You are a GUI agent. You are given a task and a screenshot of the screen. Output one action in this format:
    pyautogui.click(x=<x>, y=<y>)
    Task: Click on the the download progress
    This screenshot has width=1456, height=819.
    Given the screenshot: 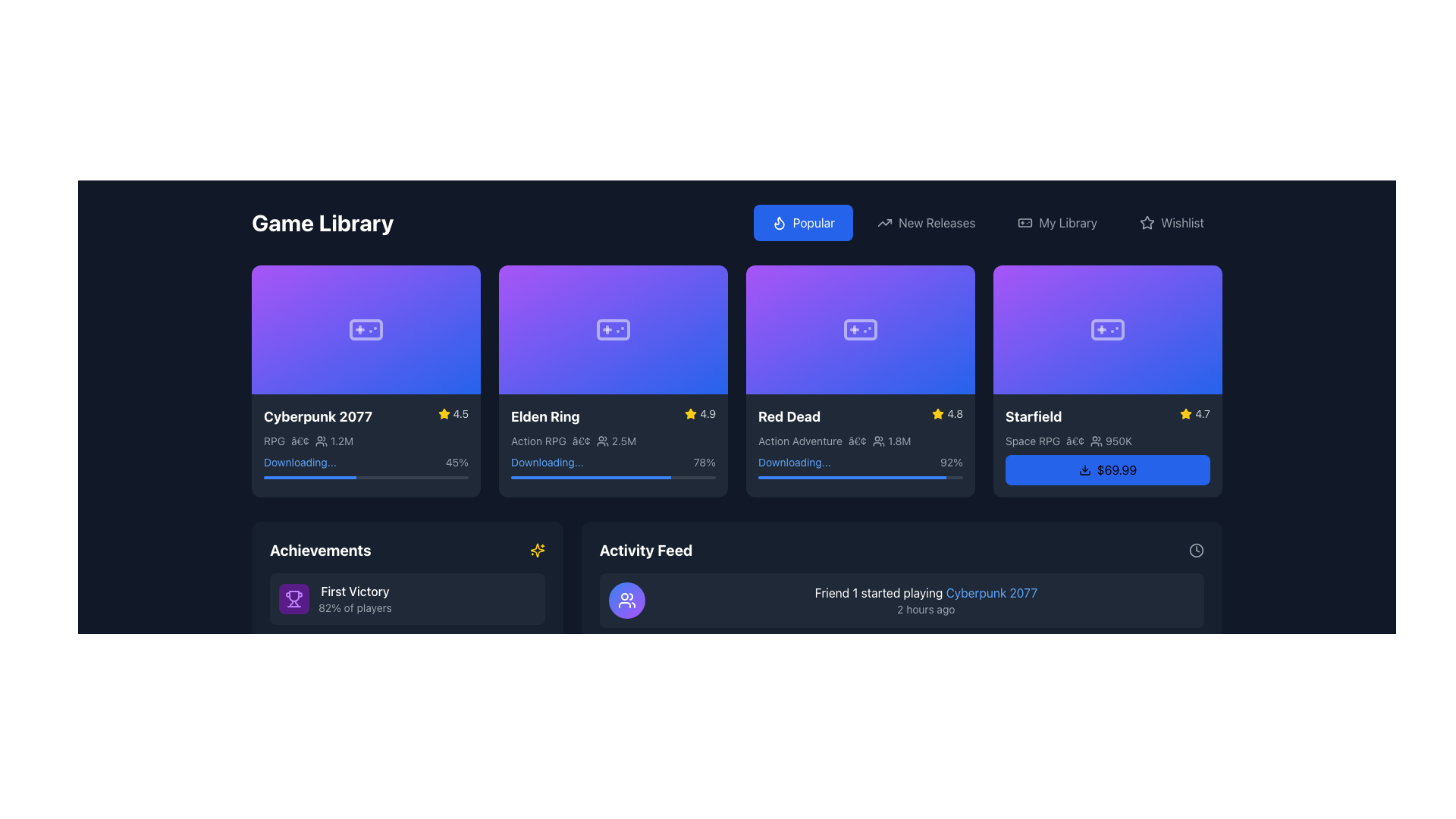 What is the action you would take?
    pyautogui.click(x=791, y=476)
    